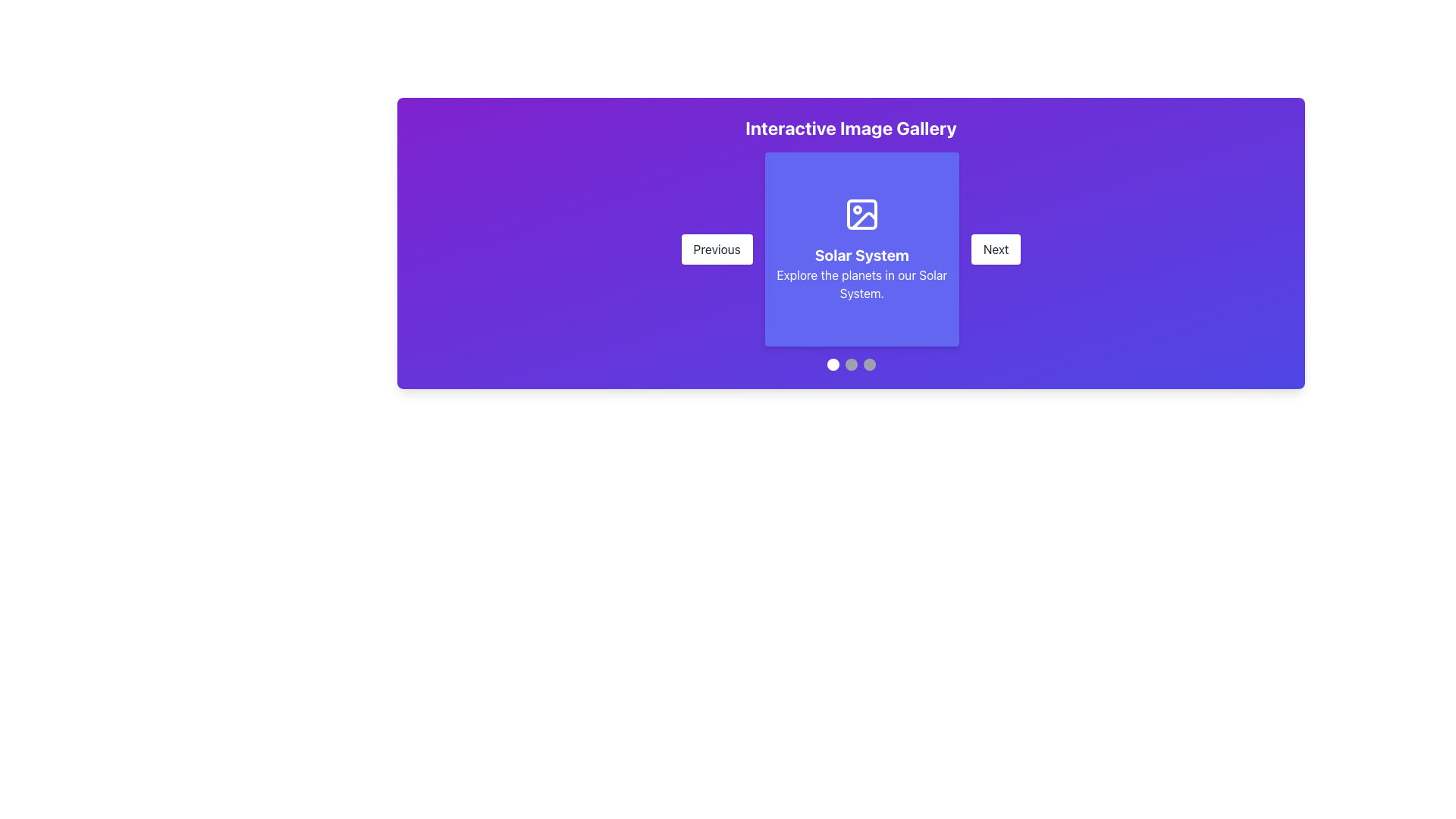  Describe the element at coordinates (716, 248) in the screenshot. I see `the 'Previous' button located to the left of the 'Solar System' content` at that location.